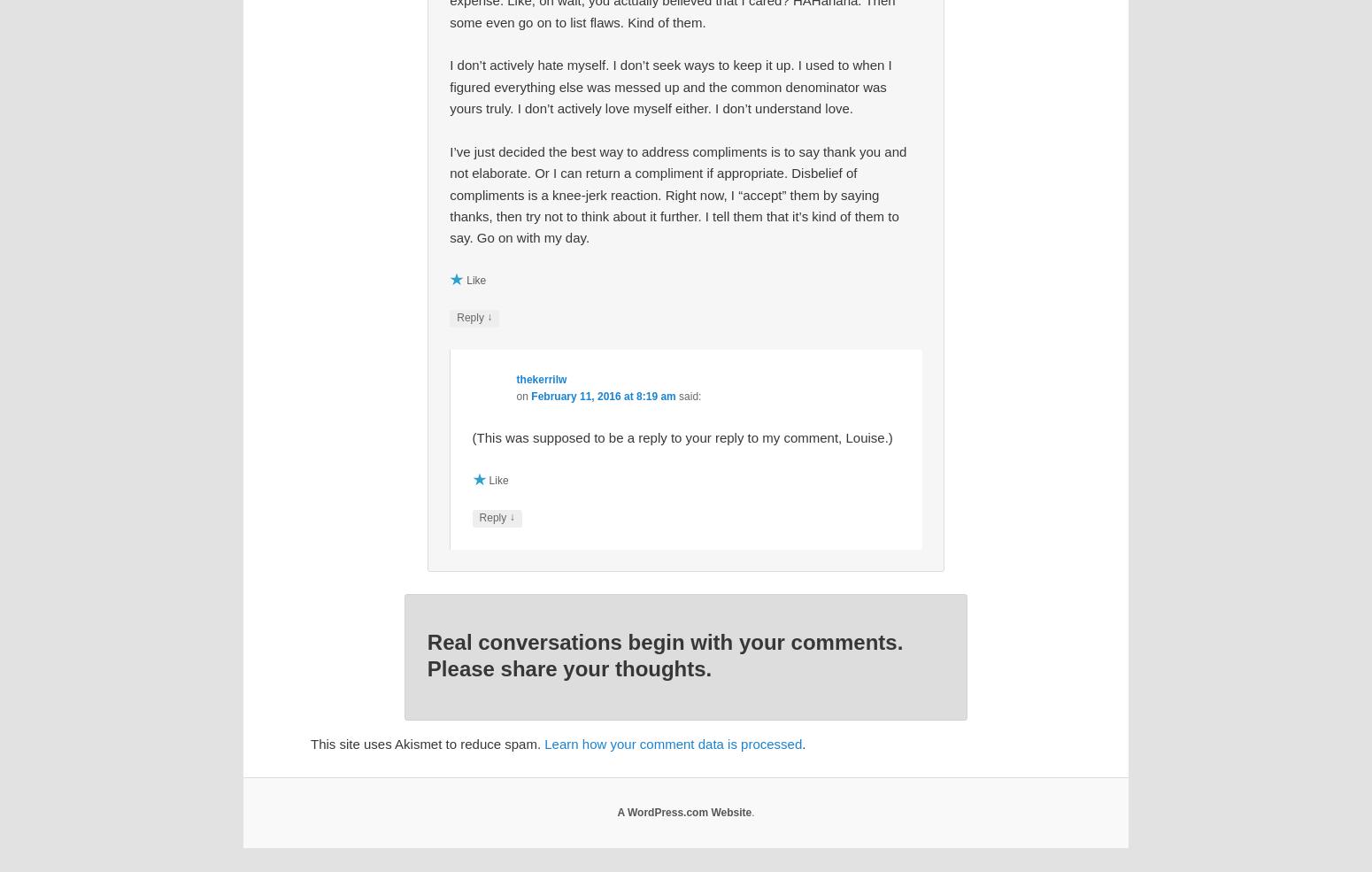  I want to click on 'Real conversations begin with your comments. Please share your thoughts.', so click(664, 654).